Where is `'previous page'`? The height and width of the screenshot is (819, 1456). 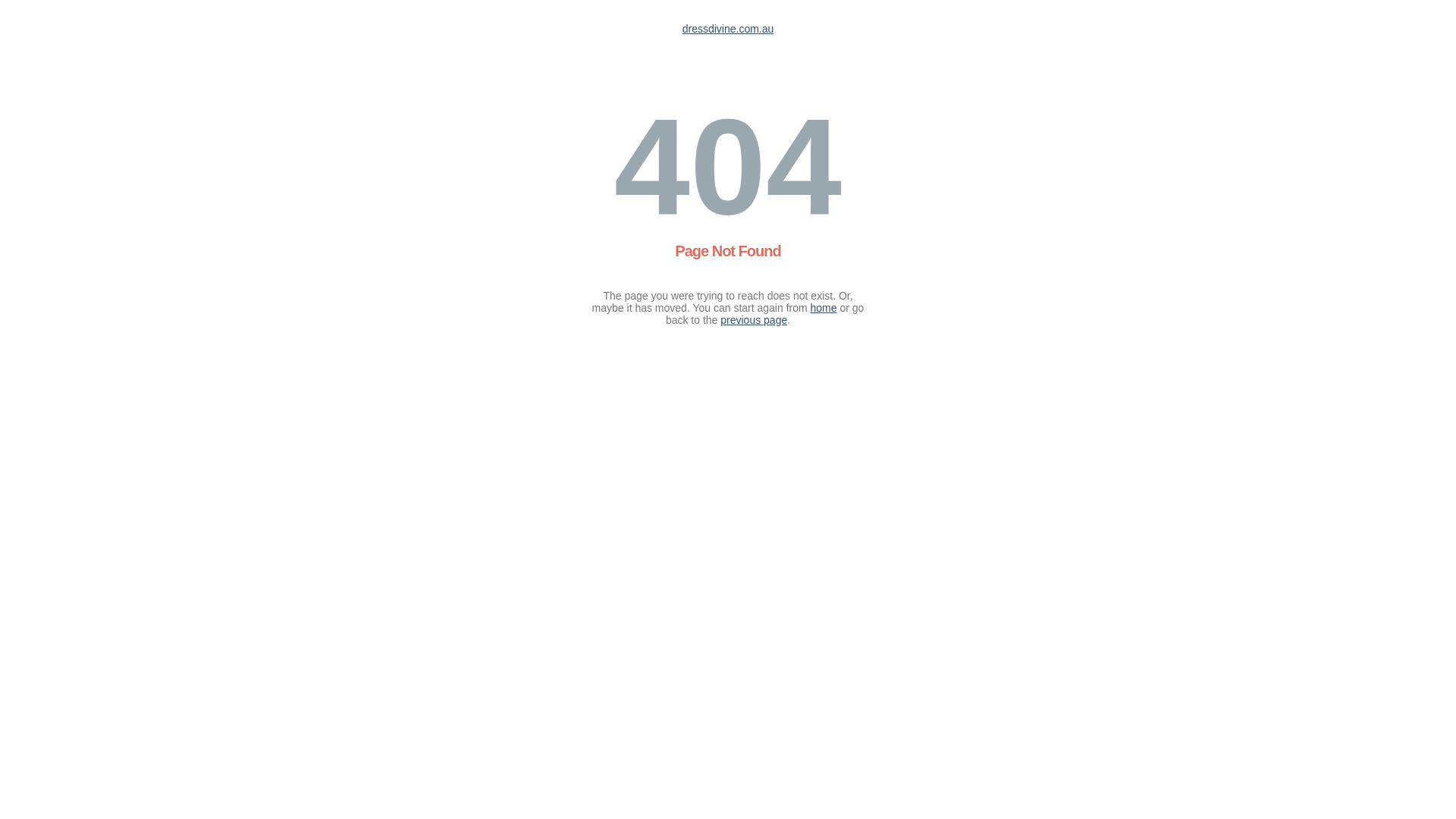 'previous page' is located at coordinates (753, 318).